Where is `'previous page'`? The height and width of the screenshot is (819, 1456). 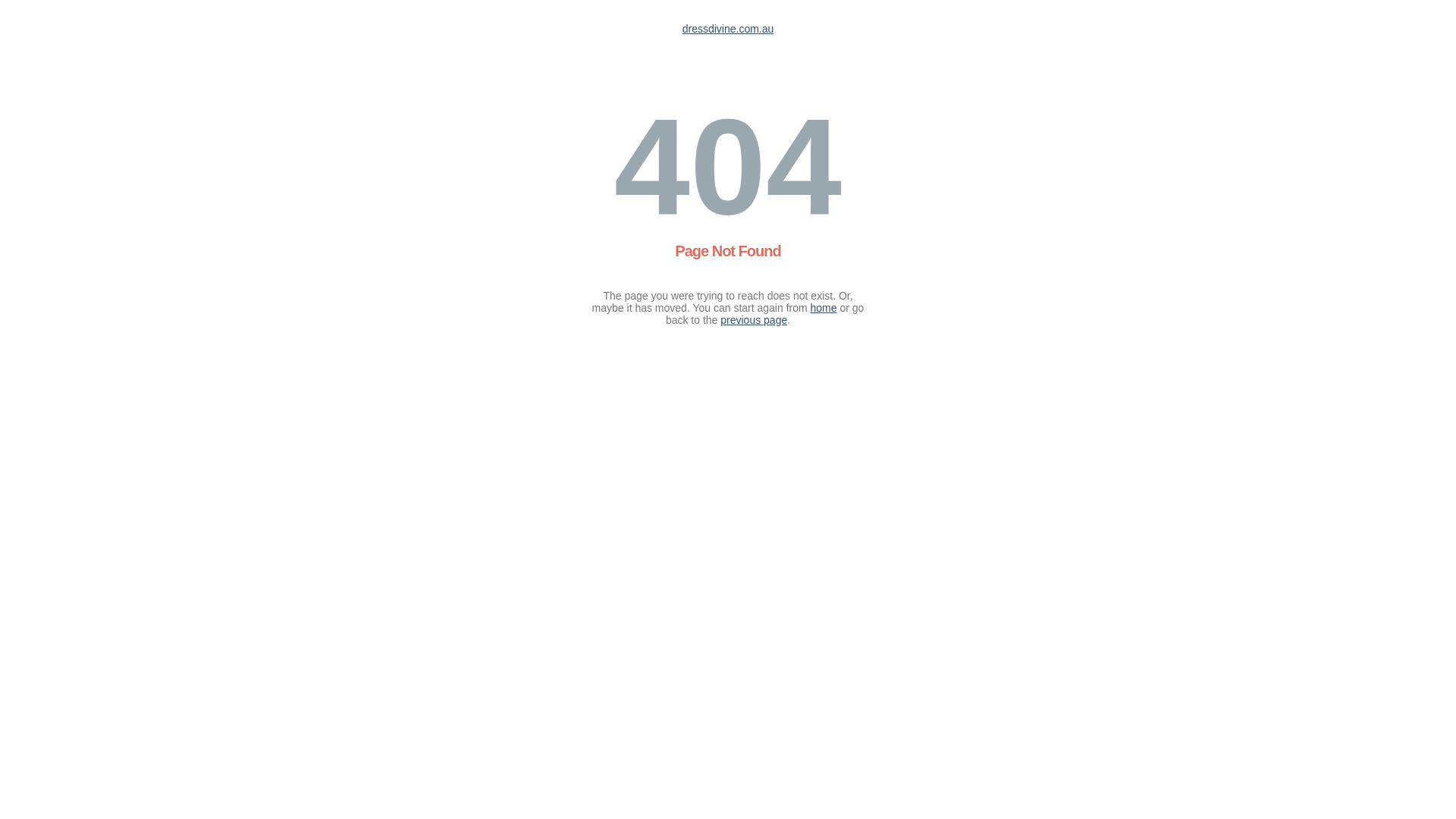 'previous page' is located at coordinates (753, 318).